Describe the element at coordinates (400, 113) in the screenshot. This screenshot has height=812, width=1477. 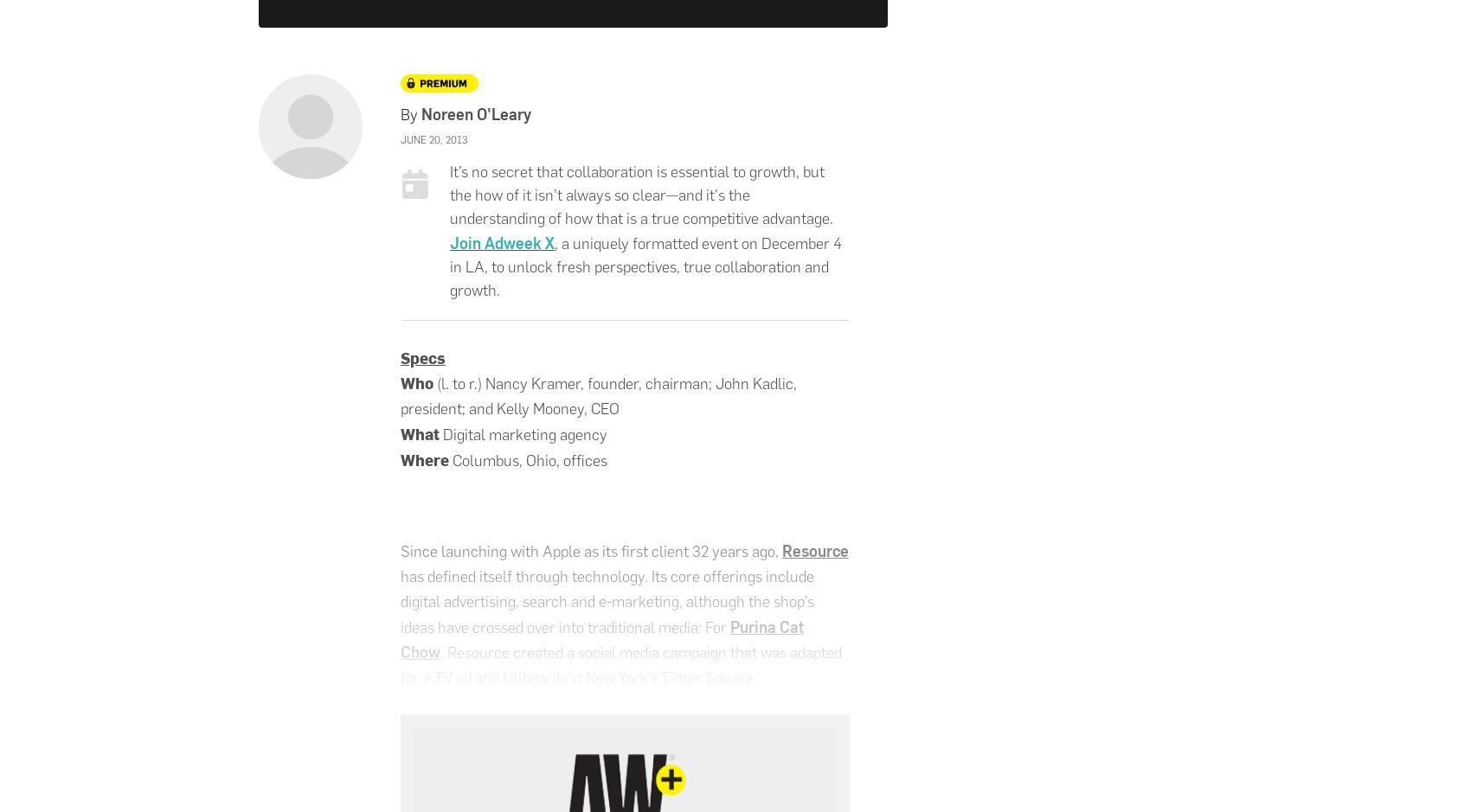
I see `'By'` at that location.